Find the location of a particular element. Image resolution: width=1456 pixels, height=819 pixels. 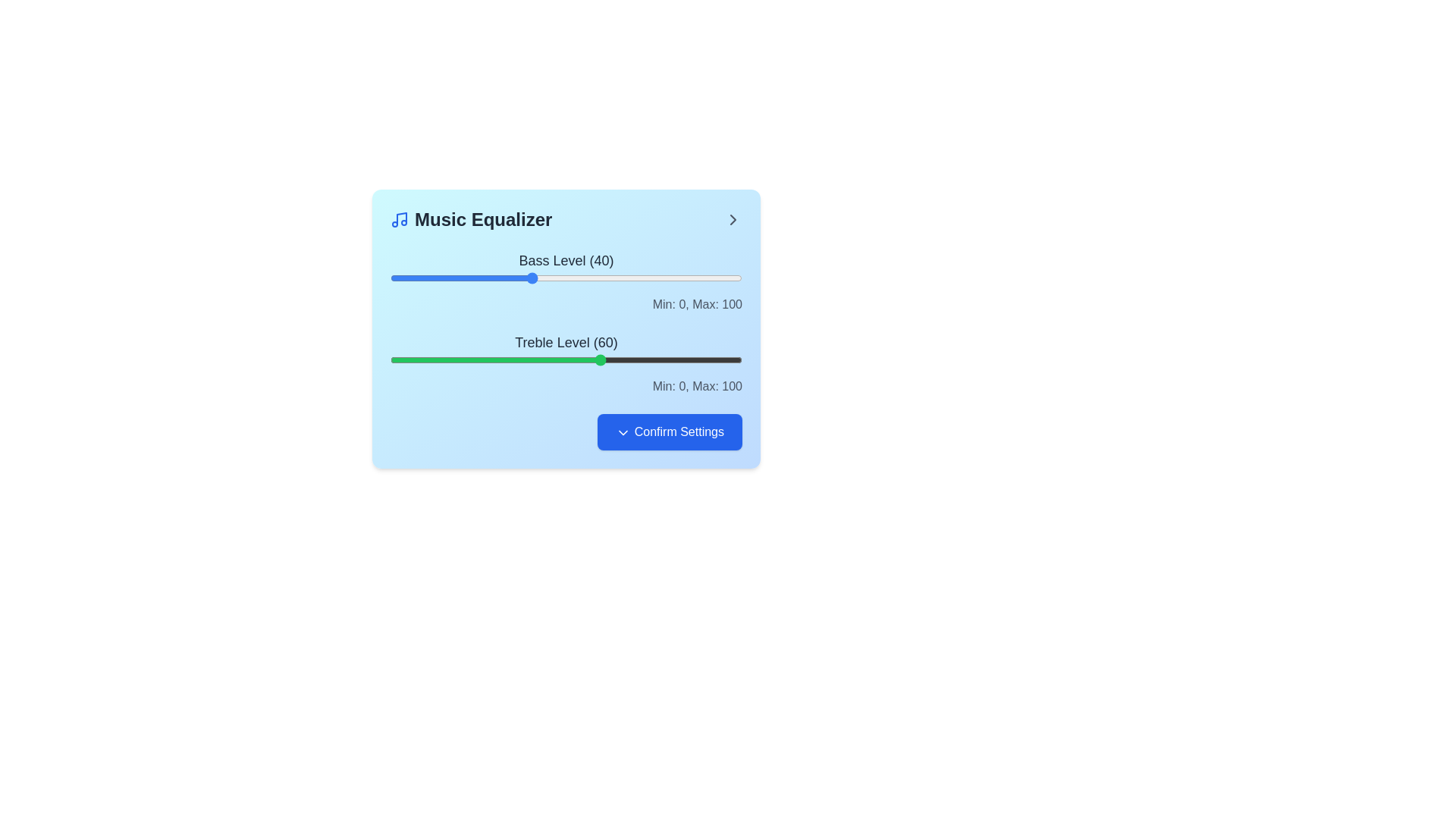

the Bass Level slider is located at coordinates (541, 278).